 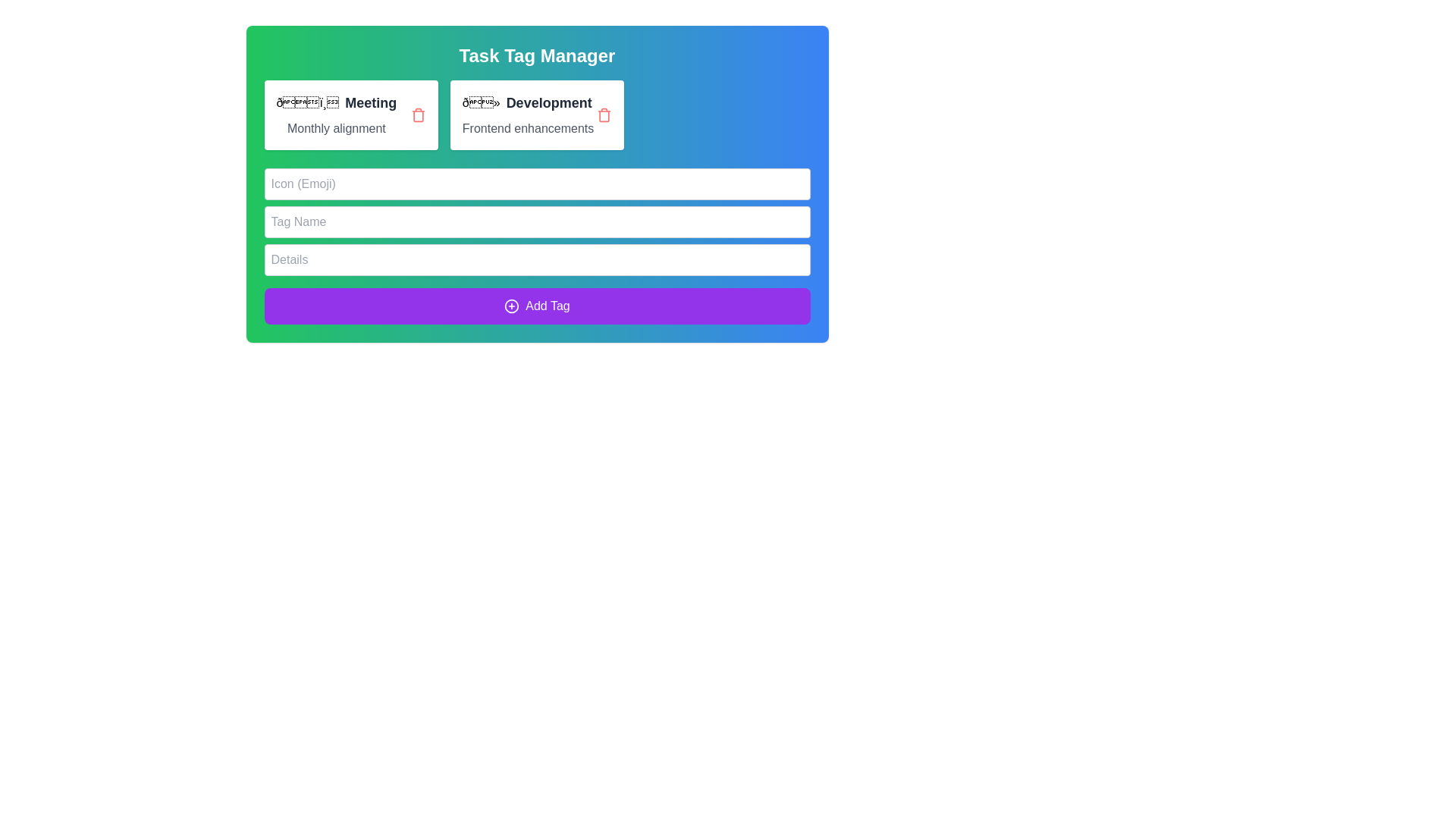 What do you see at coordinates (528, 127) in the screenshot?
I see `the text label displaying 'Frontend enhancements' in gray color, which is located beneath the 'Development' title` at bounding box center [528, 127].